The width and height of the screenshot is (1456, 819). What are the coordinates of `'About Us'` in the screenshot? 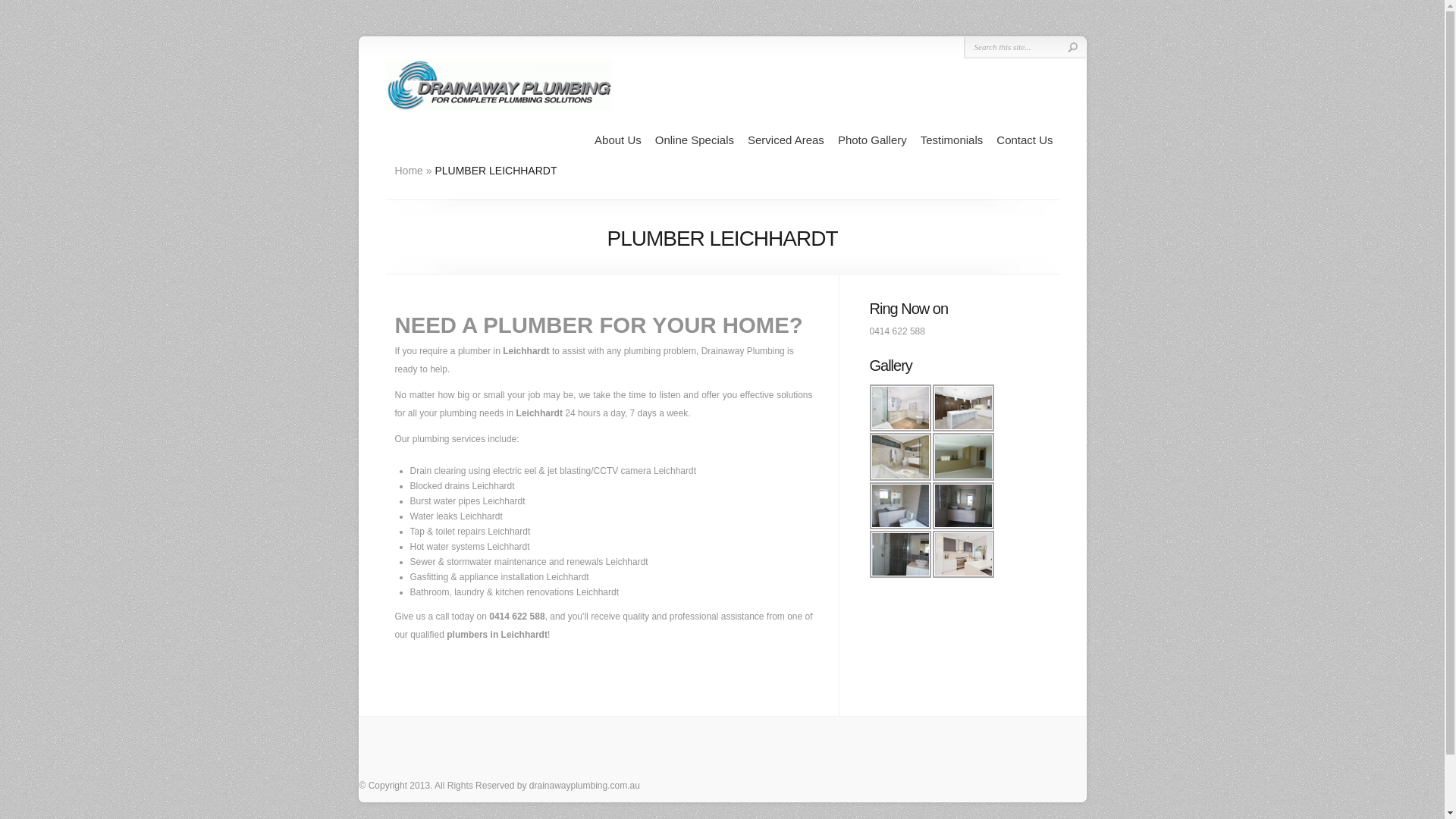 It's located at (593, 140).